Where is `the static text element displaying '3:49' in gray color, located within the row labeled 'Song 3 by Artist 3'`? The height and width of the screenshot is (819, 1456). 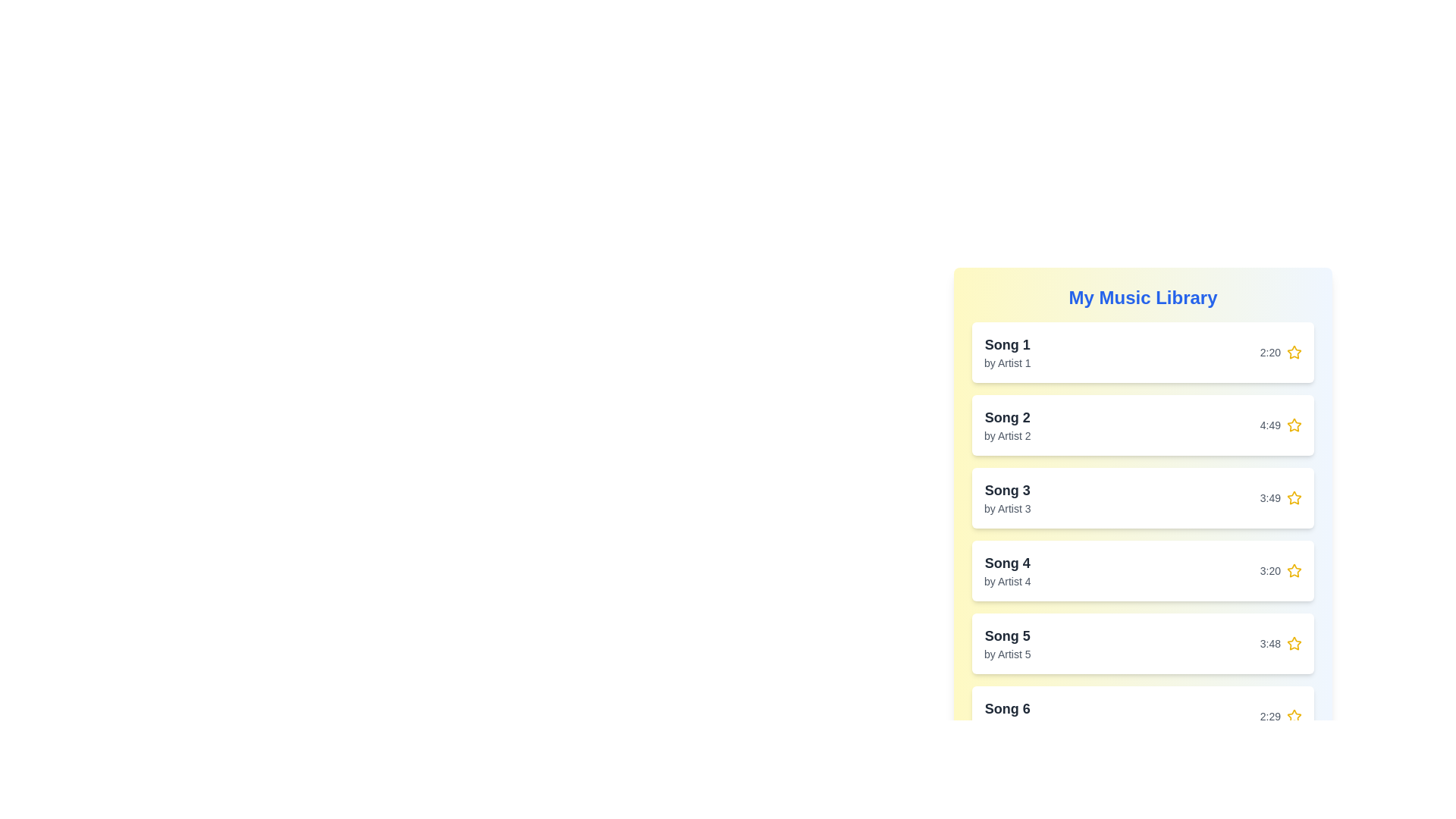 the static text element displaying '3:49' in gray color, located within the row labeled 'Song 3 by Artist 3' is located at coordinates (1270, 497).